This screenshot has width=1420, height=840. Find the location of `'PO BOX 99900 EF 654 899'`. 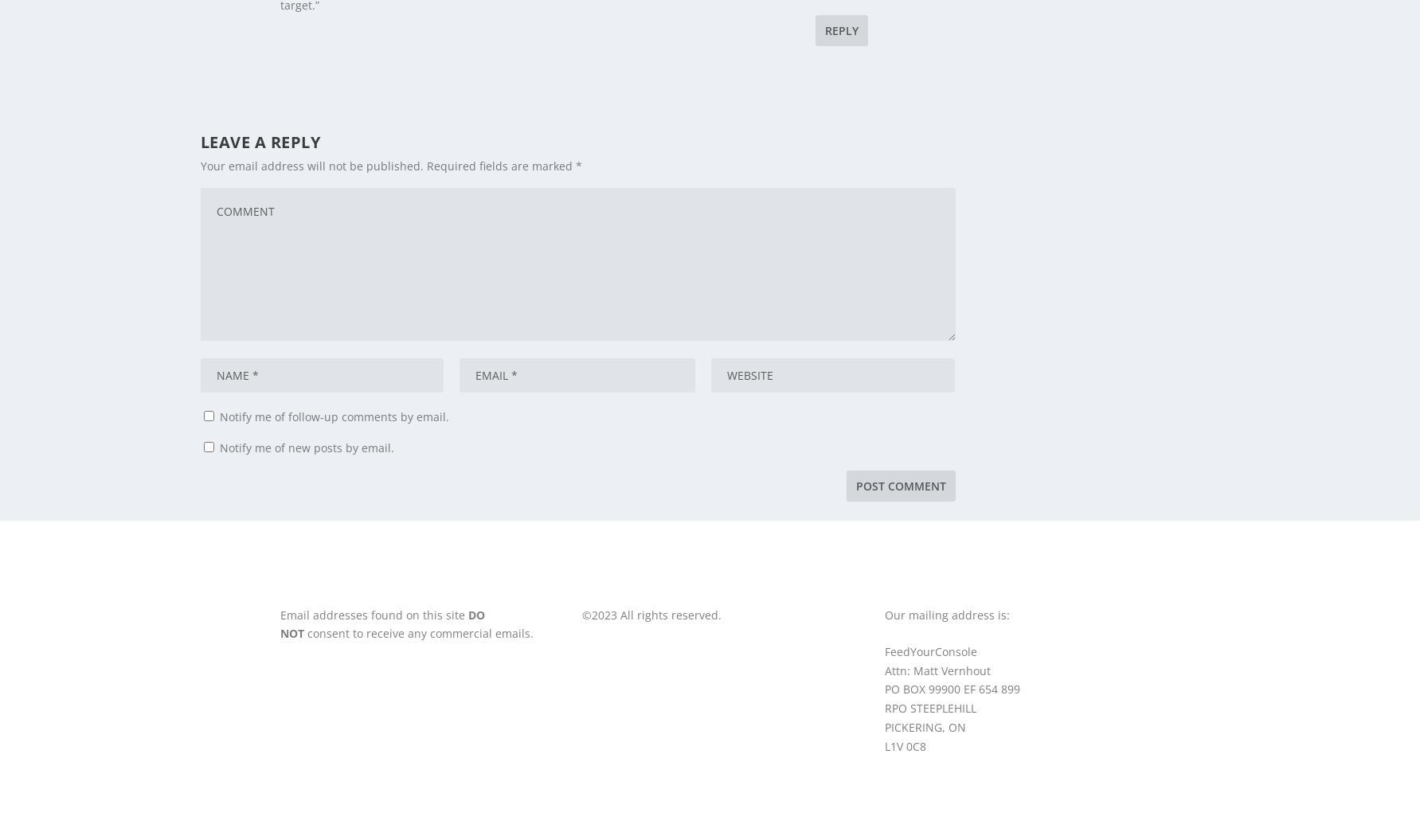

'PO BOX 99900 EF 654 899' is located at coordinates (953, 689).